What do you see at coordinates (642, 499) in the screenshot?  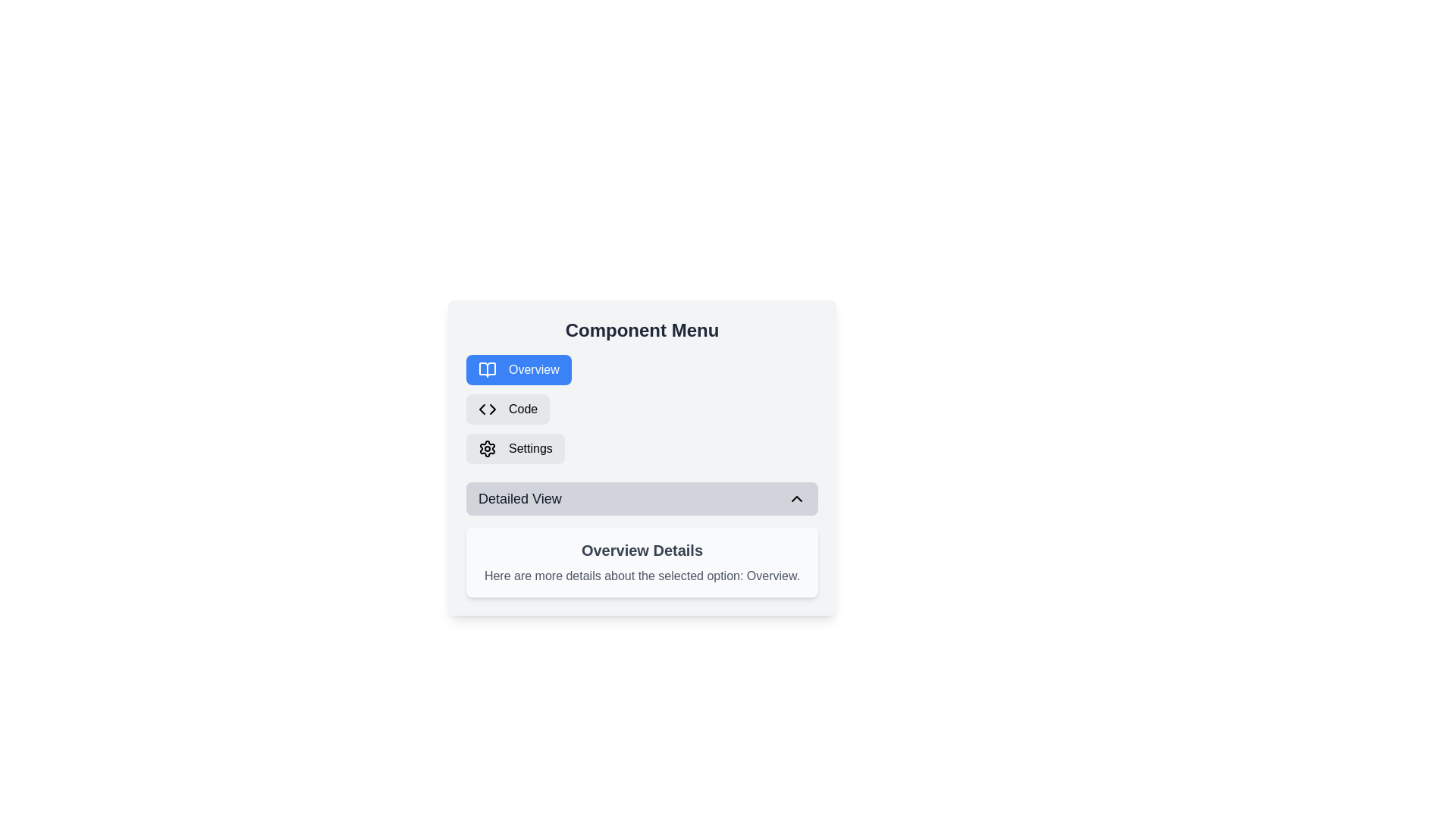 I see `the 'Detailed View' toggle button, which has a light gray background and rounded corners, located below the 'Component Menu' section` at bounding box center [642, 499].